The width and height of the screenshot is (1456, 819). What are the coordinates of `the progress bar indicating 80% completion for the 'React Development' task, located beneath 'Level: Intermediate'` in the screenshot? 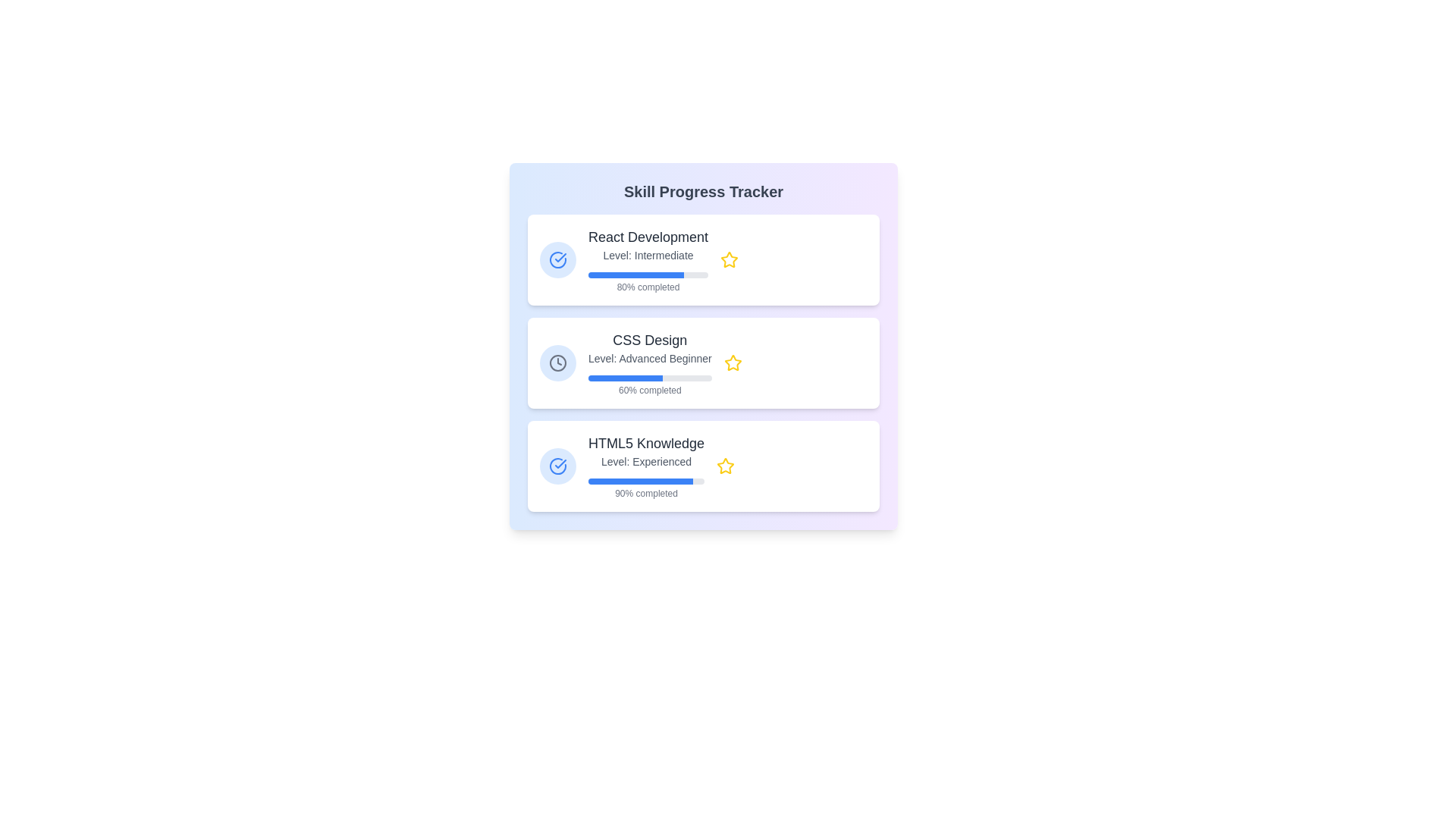 It's located at (648, 281).